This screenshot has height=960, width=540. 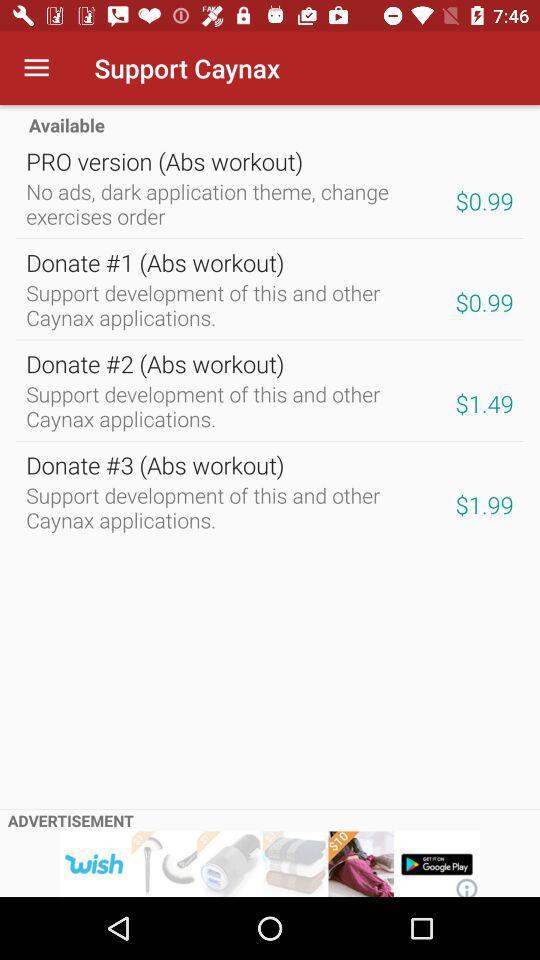 What do you see at coordinates (270, 863) in the screenshot?
I see `opens an advertisement` at bounding box center [270, 863].